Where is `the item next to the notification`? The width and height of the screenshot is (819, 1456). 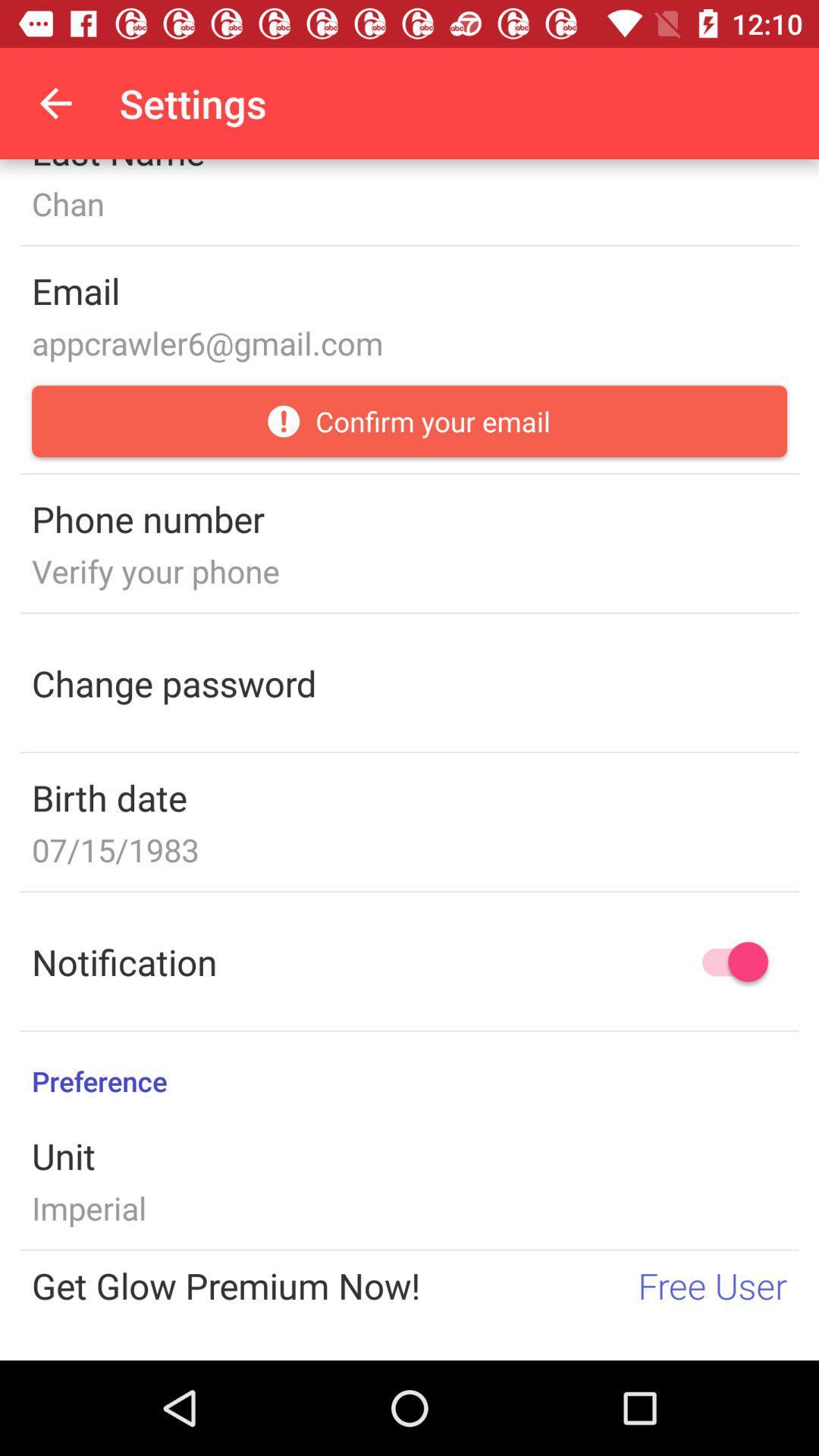 the item next to the notification is located at coordinates (727, 961).